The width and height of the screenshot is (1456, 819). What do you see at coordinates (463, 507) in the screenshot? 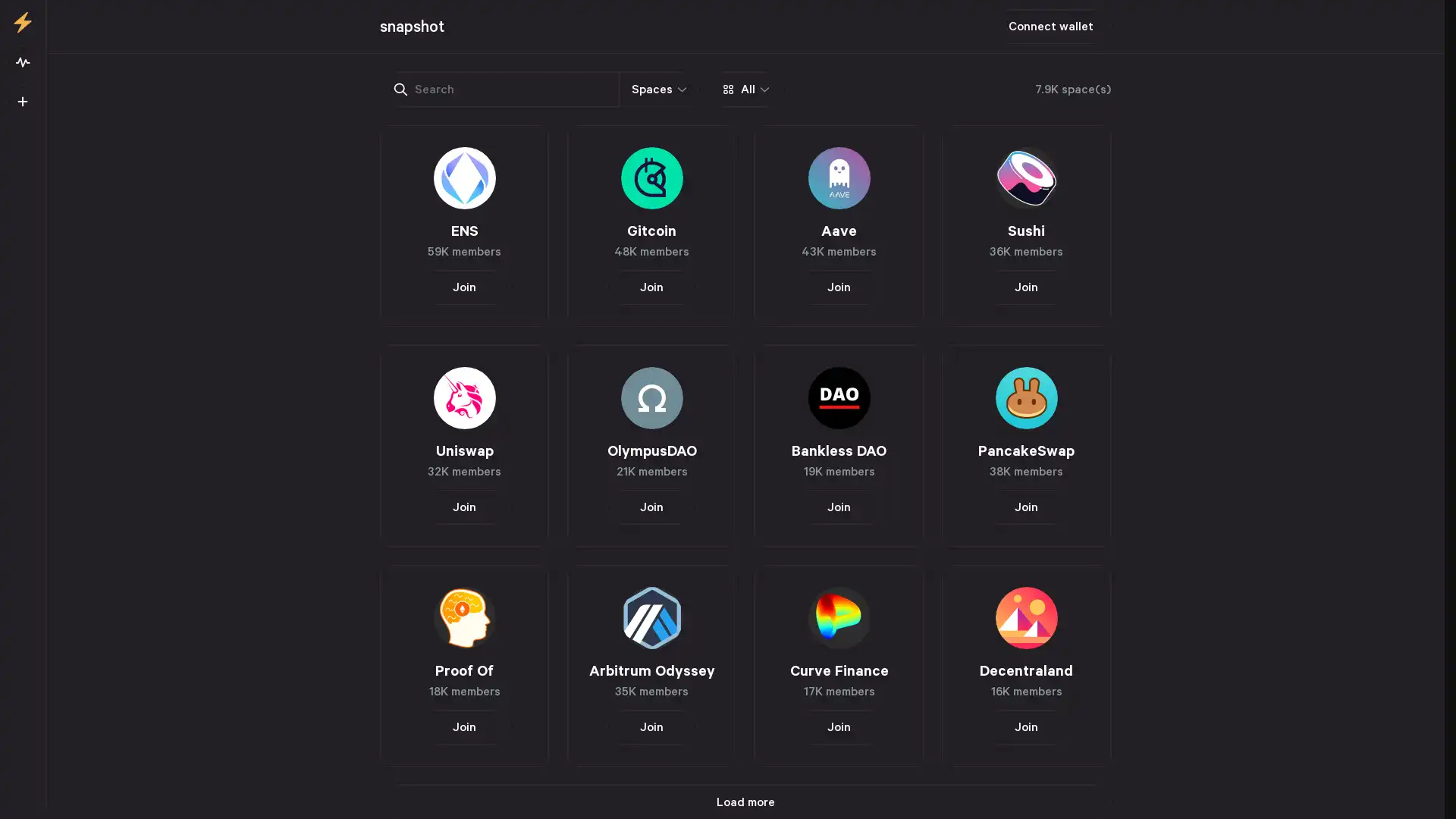
I see `Join` at bounding box center [463, 507].